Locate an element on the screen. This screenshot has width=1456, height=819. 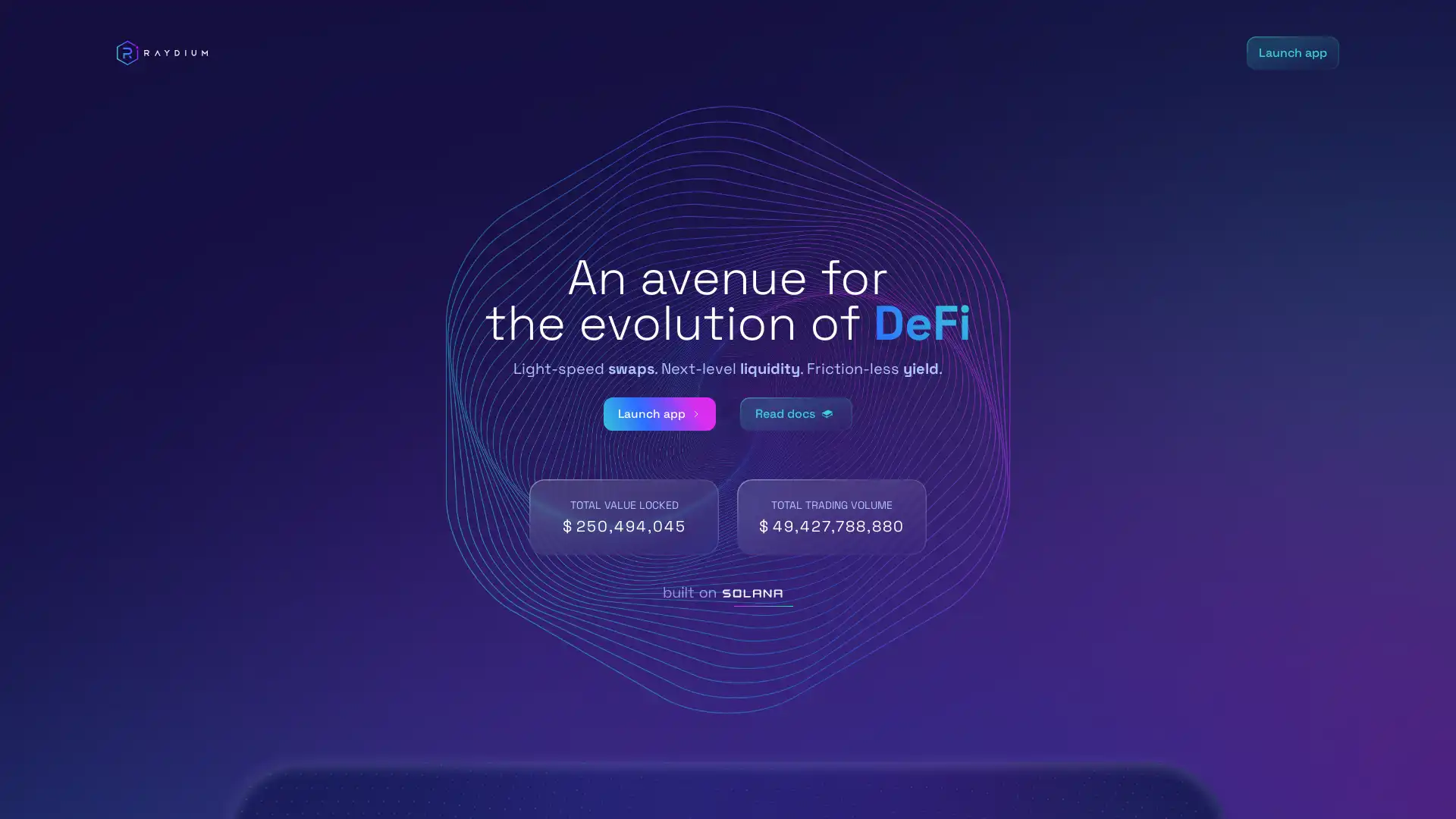
Launch app is located at coordinates (658, 414).